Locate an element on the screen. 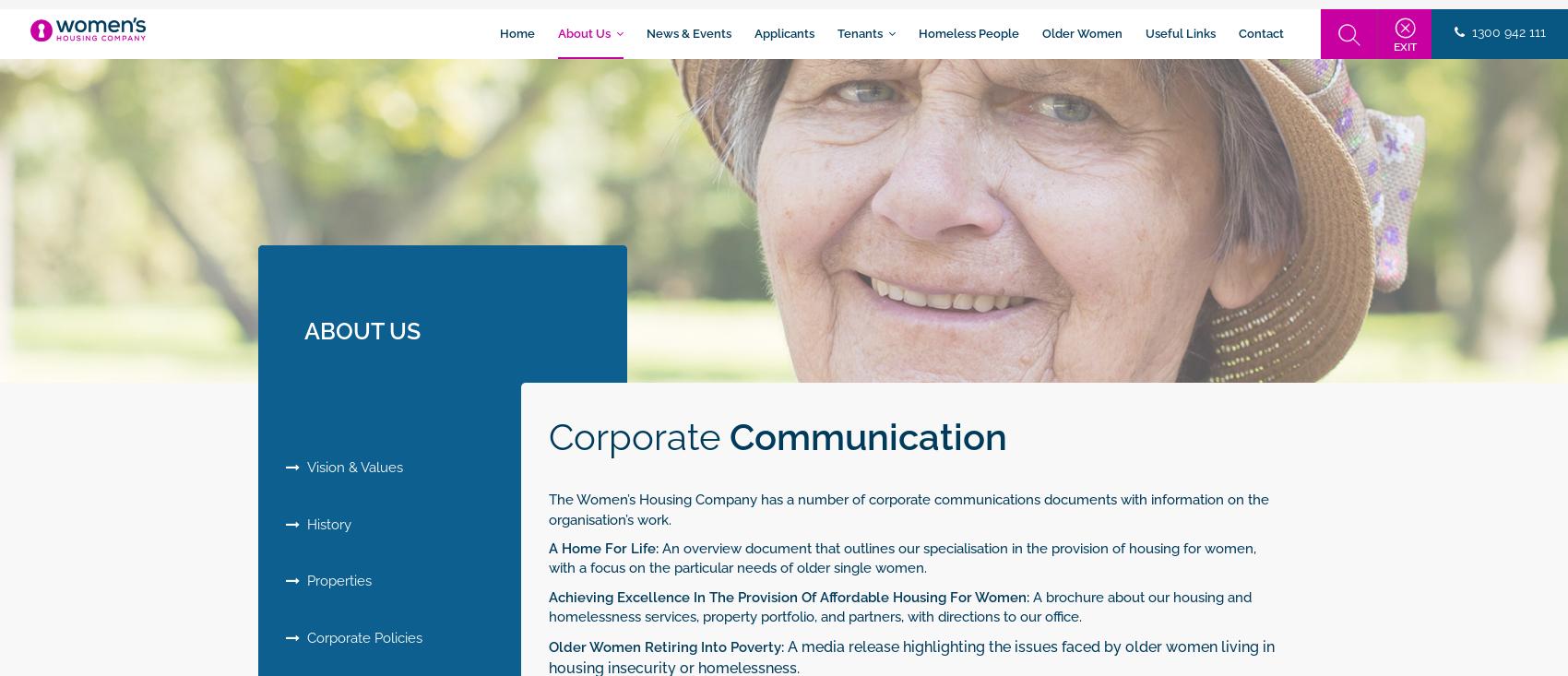 This screenshot has width=1568, height=676. 'Corporate' is located at coordinates (638, 435).